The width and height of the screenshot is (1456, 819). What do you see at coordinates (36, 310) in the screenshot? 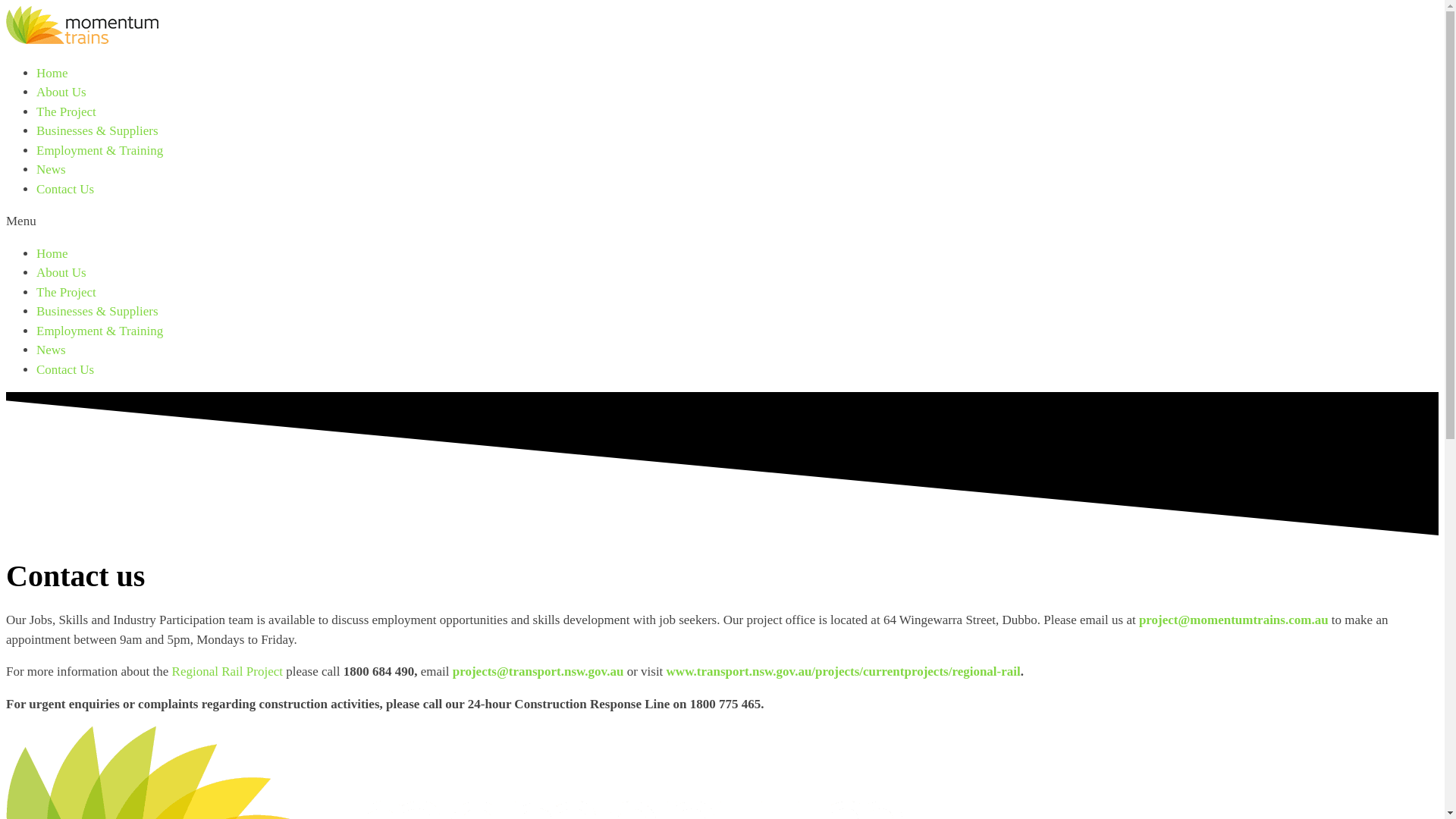
I see `'Businesses & Suppliers'` at bounding box center [36, 310].